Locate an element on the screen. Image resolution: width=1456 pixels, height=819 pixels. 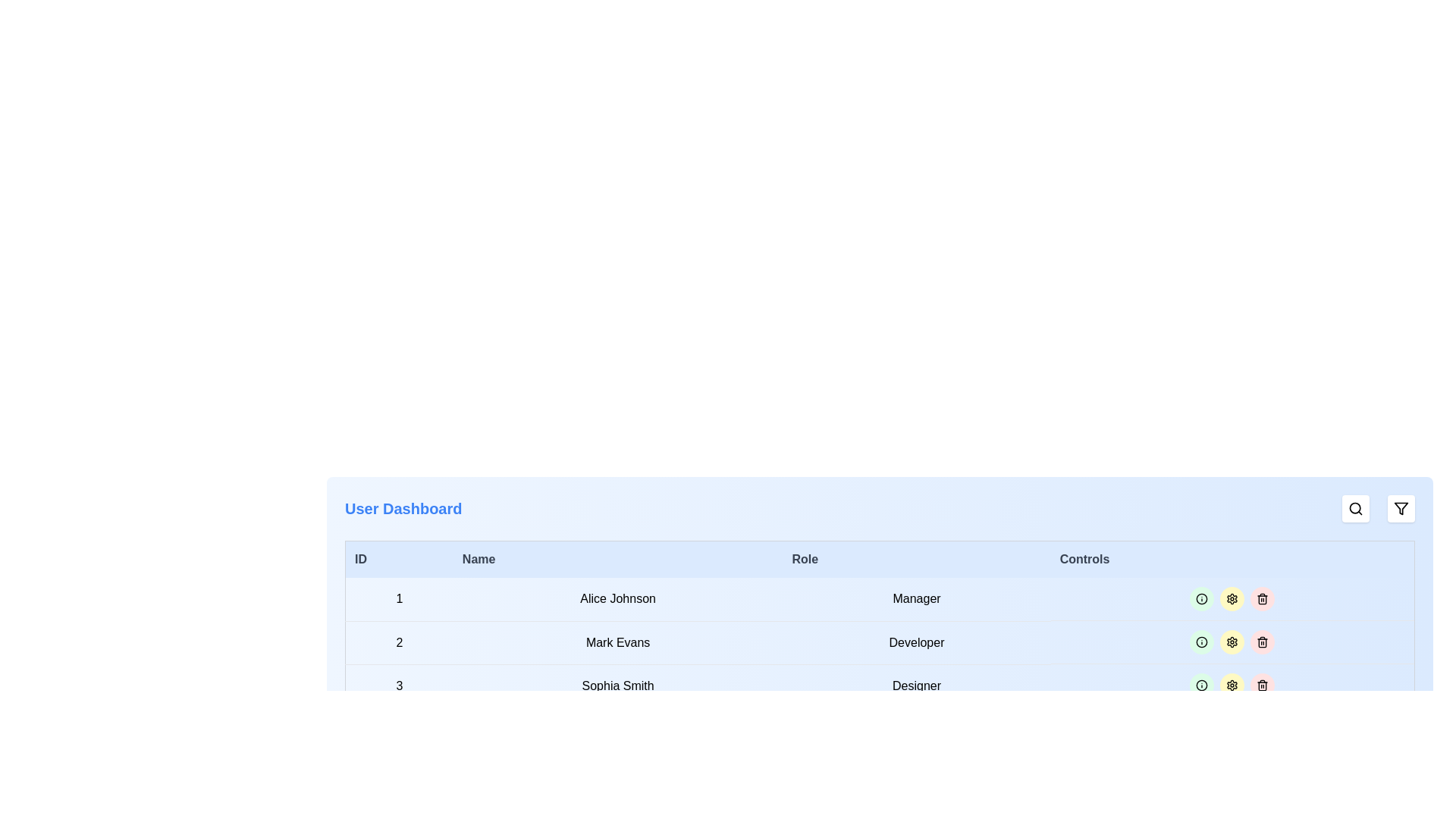
the gear-like icon with a black color and yellow circular background is located at coordinates (1232, 642).